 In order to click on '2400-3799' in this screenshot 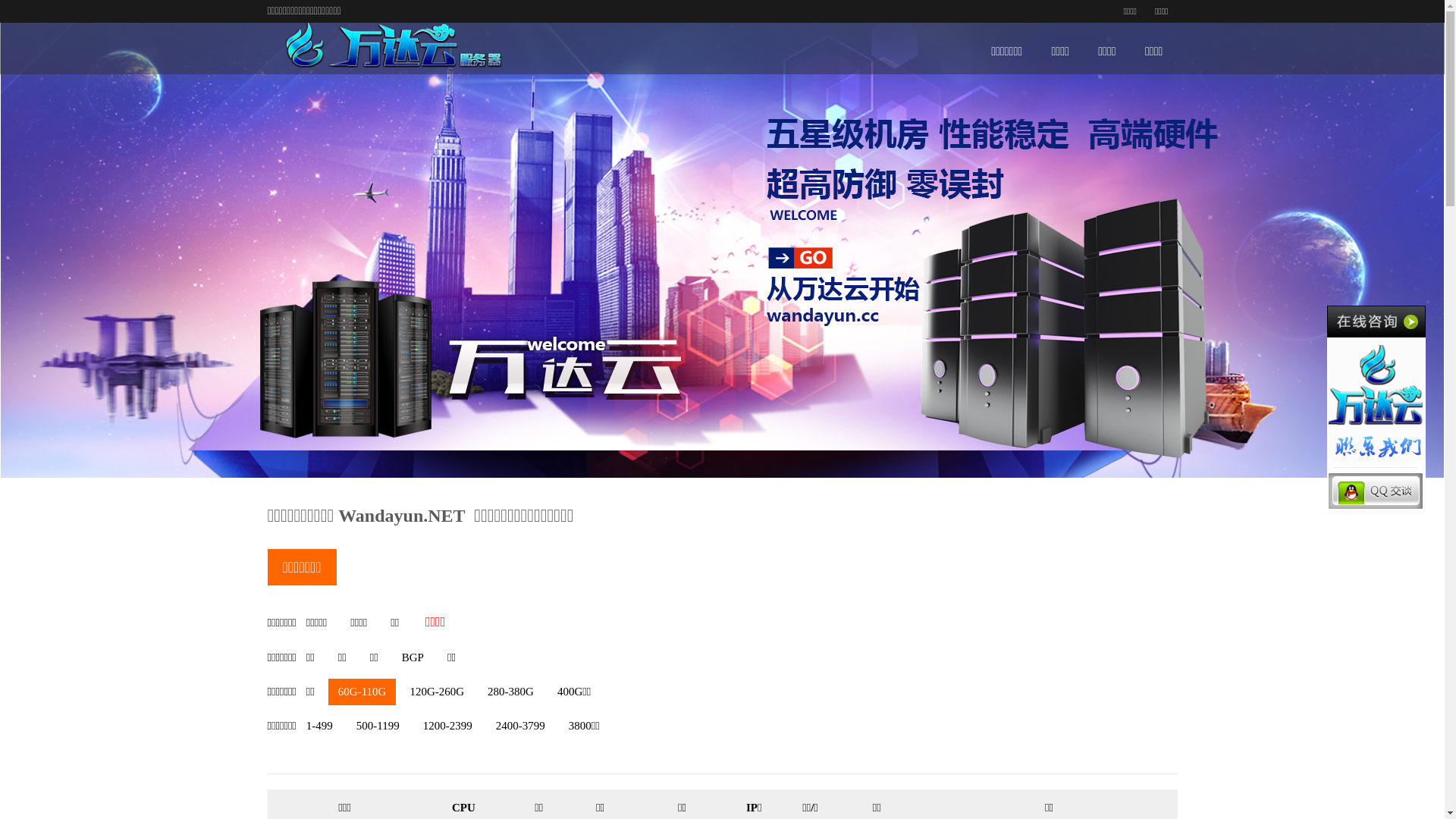, I will do `click(486, 725)`.